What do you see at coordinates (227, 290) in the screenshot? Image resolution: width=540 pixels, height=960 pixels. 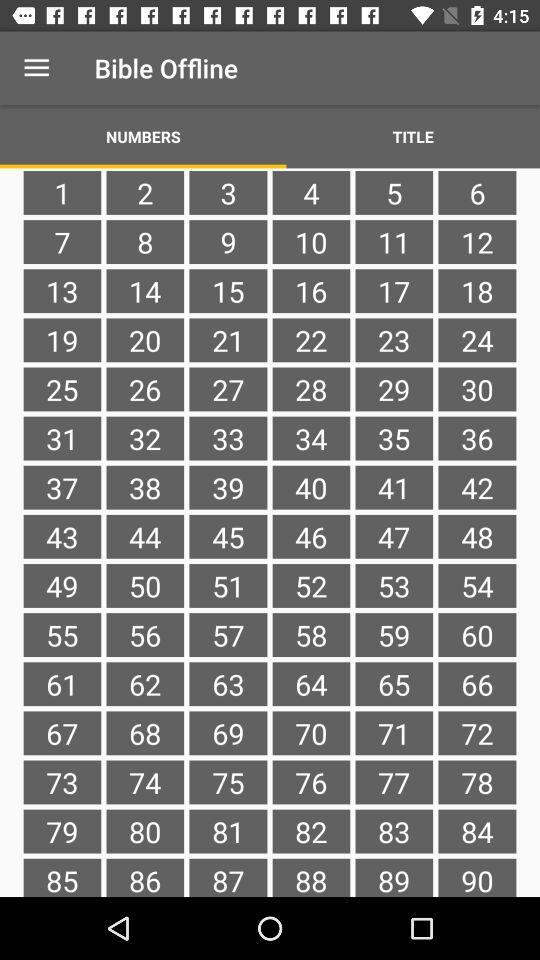 I see `the item next to 8 icon` at bounding box center [227, 290].